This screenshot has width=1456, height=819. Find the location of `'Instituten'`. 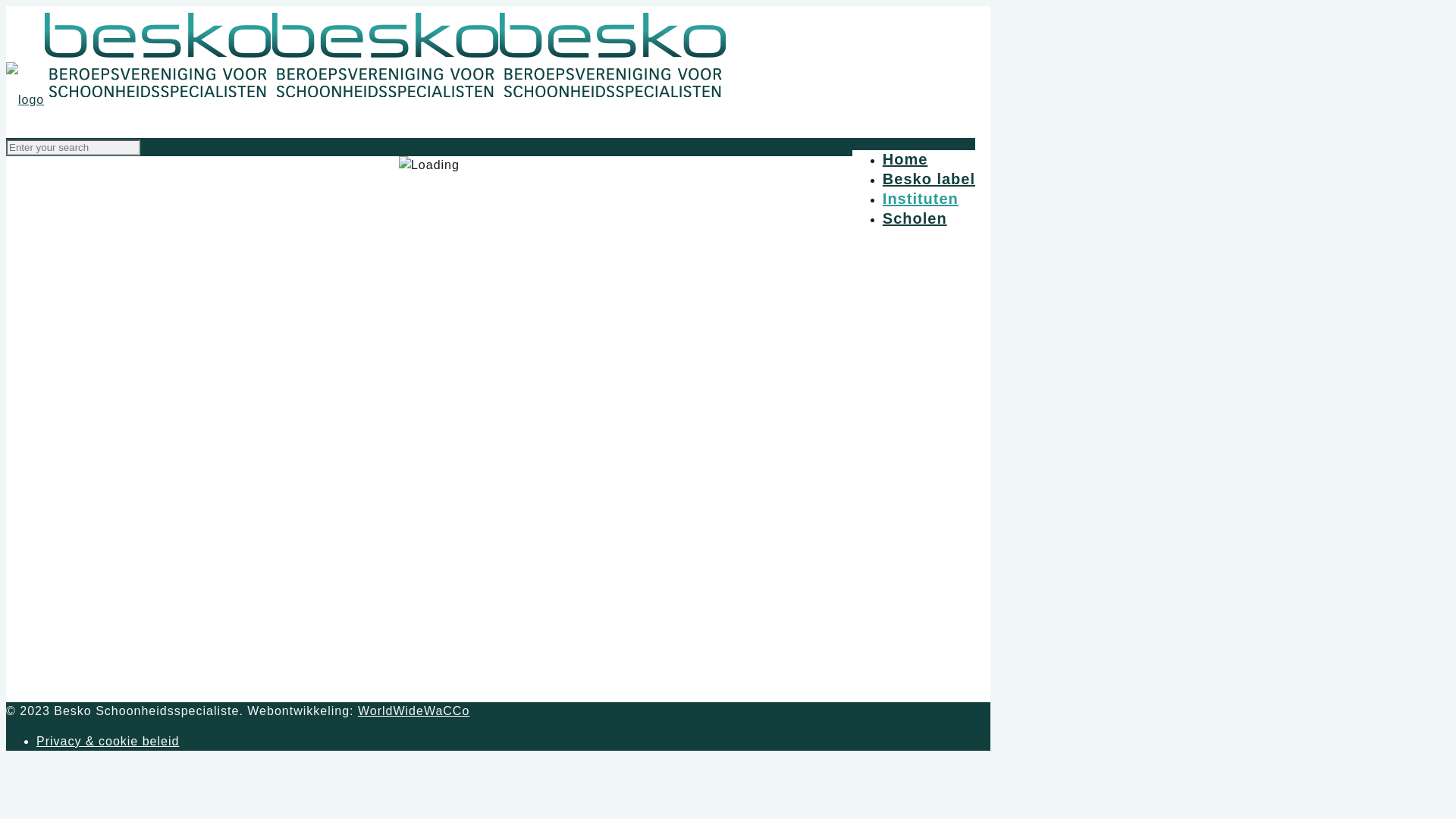

'Instituten' is located at coordinates (920, 198).